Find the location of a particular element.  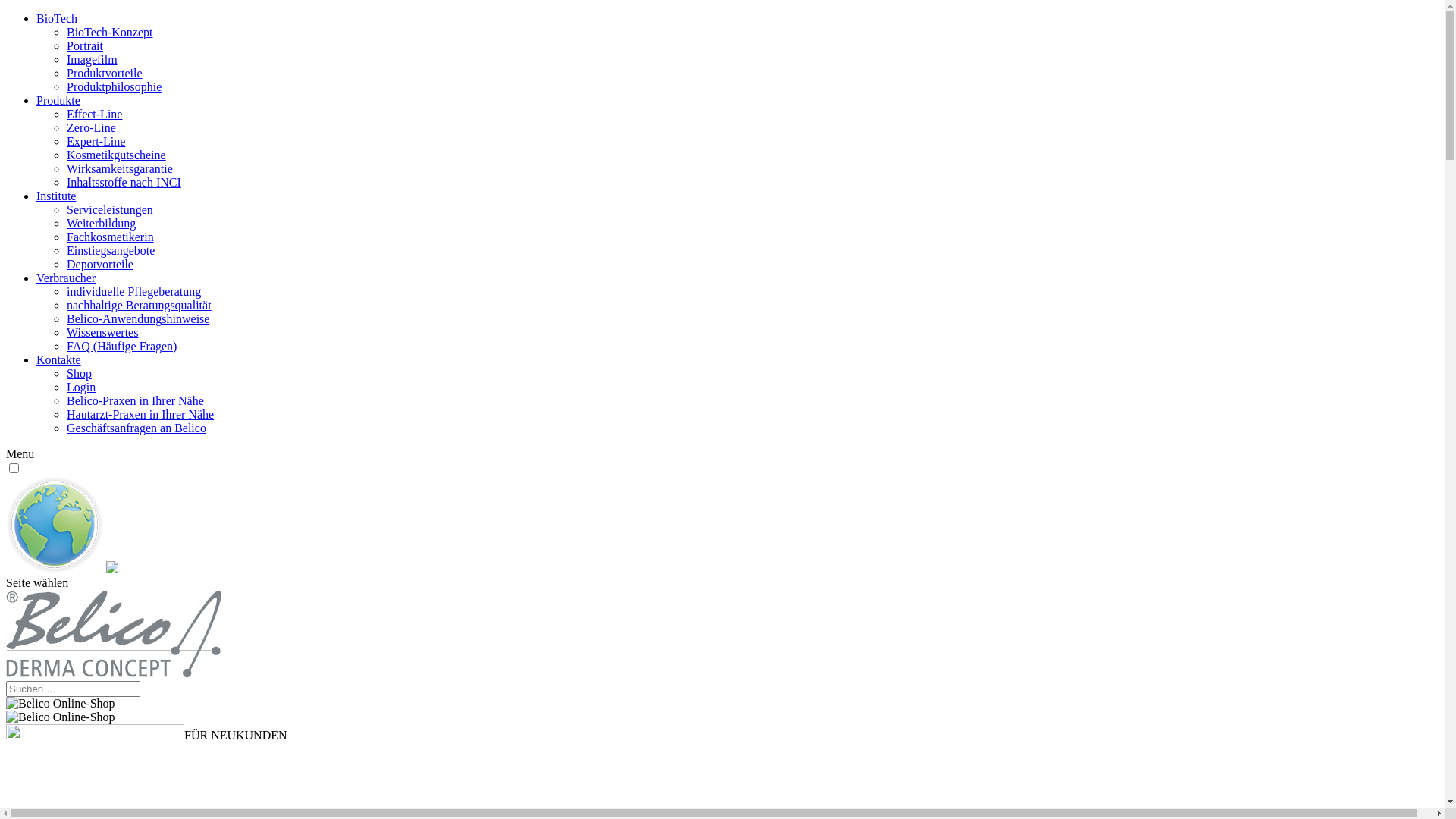

'Expert-Line' is located at coordinates (95, 141).